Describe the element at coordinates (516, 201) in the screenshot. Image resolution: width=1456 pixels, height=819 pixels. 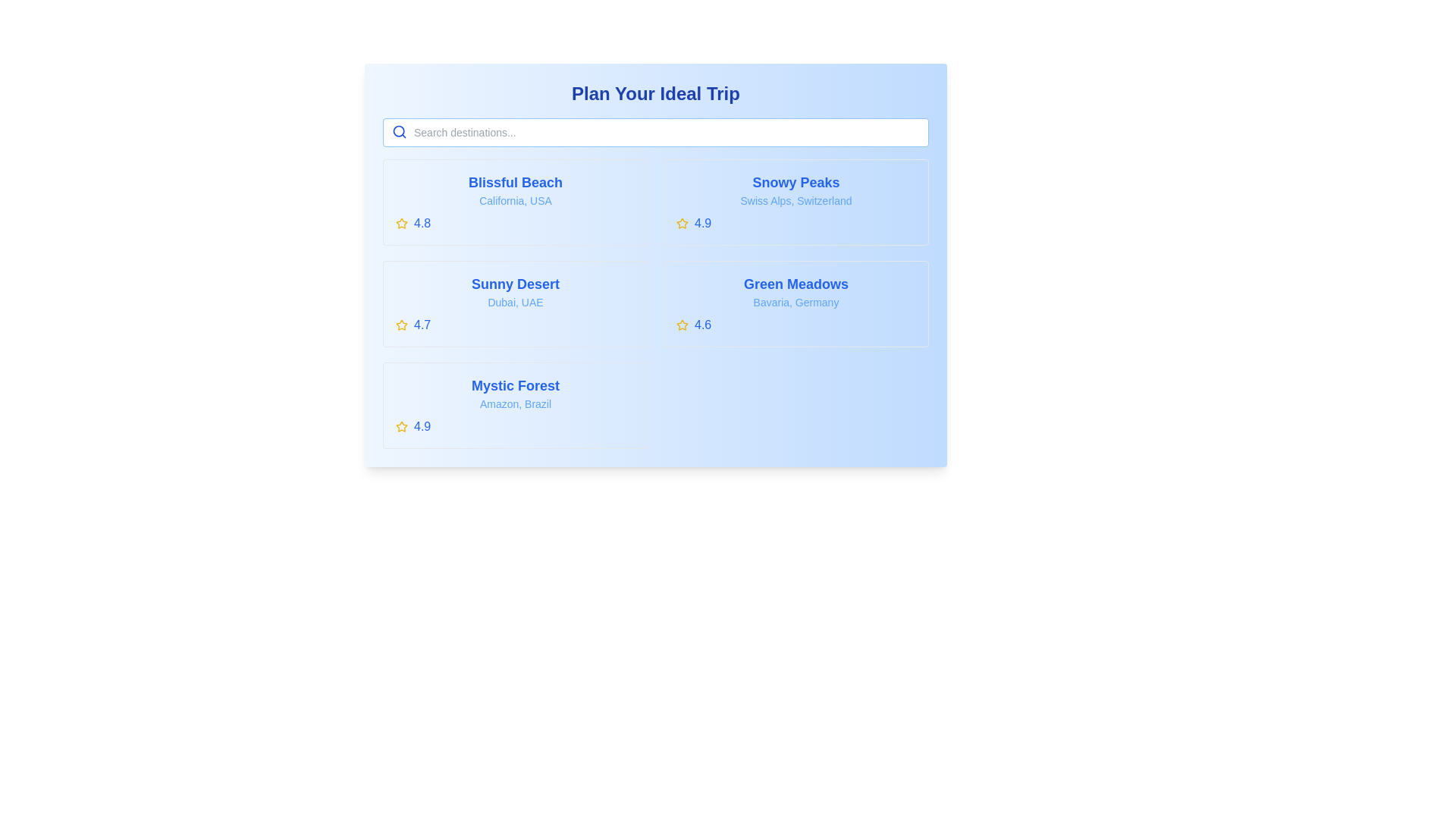
I see `the 'Blissful Beach' Card element, which displays information about the destination and is located in the top-left corner of the grid layout` at that location.